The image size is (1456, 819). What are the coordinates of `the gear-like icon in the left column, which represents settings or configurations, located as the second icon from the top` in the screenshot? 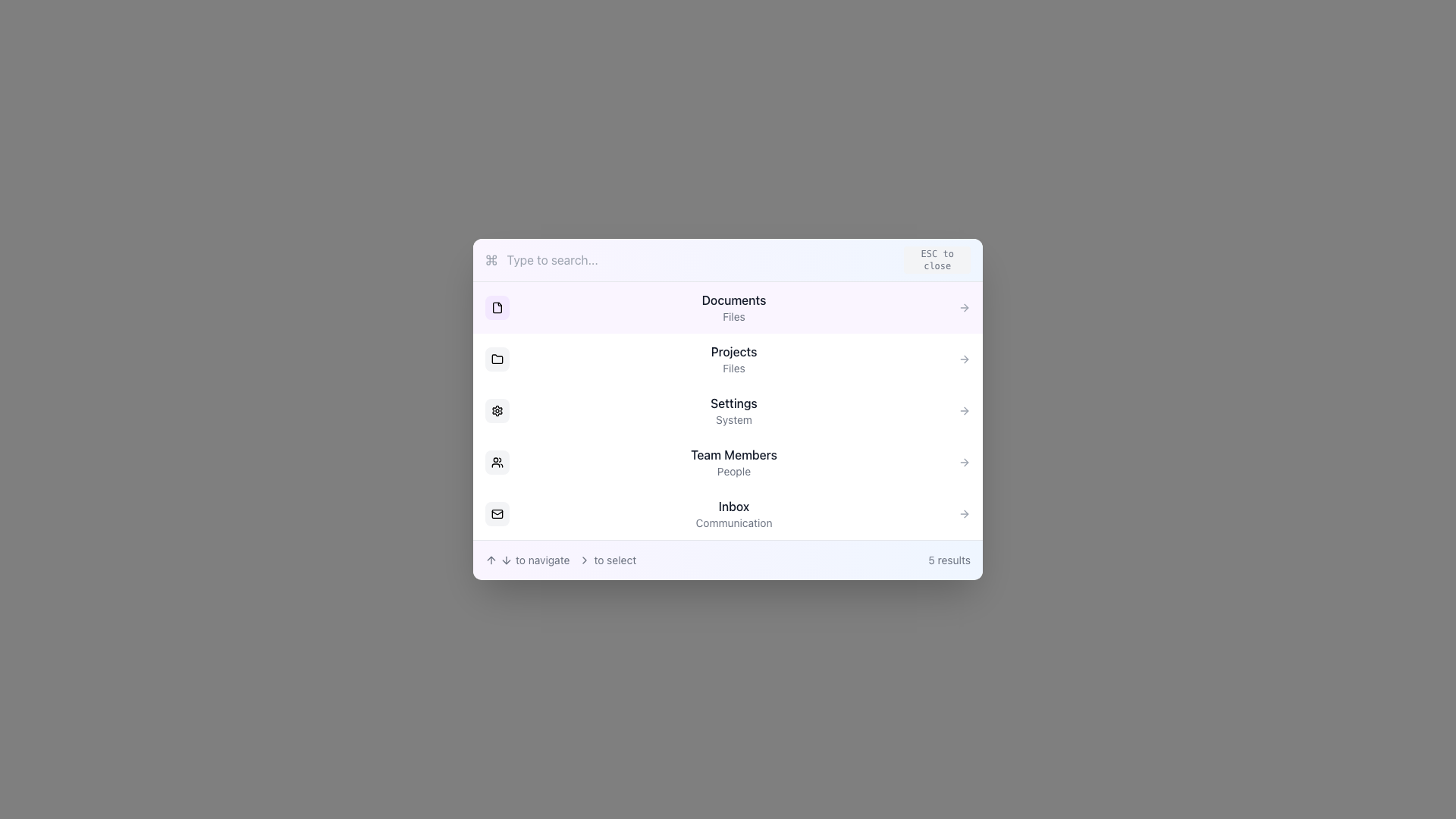 It's located at (497, 411).